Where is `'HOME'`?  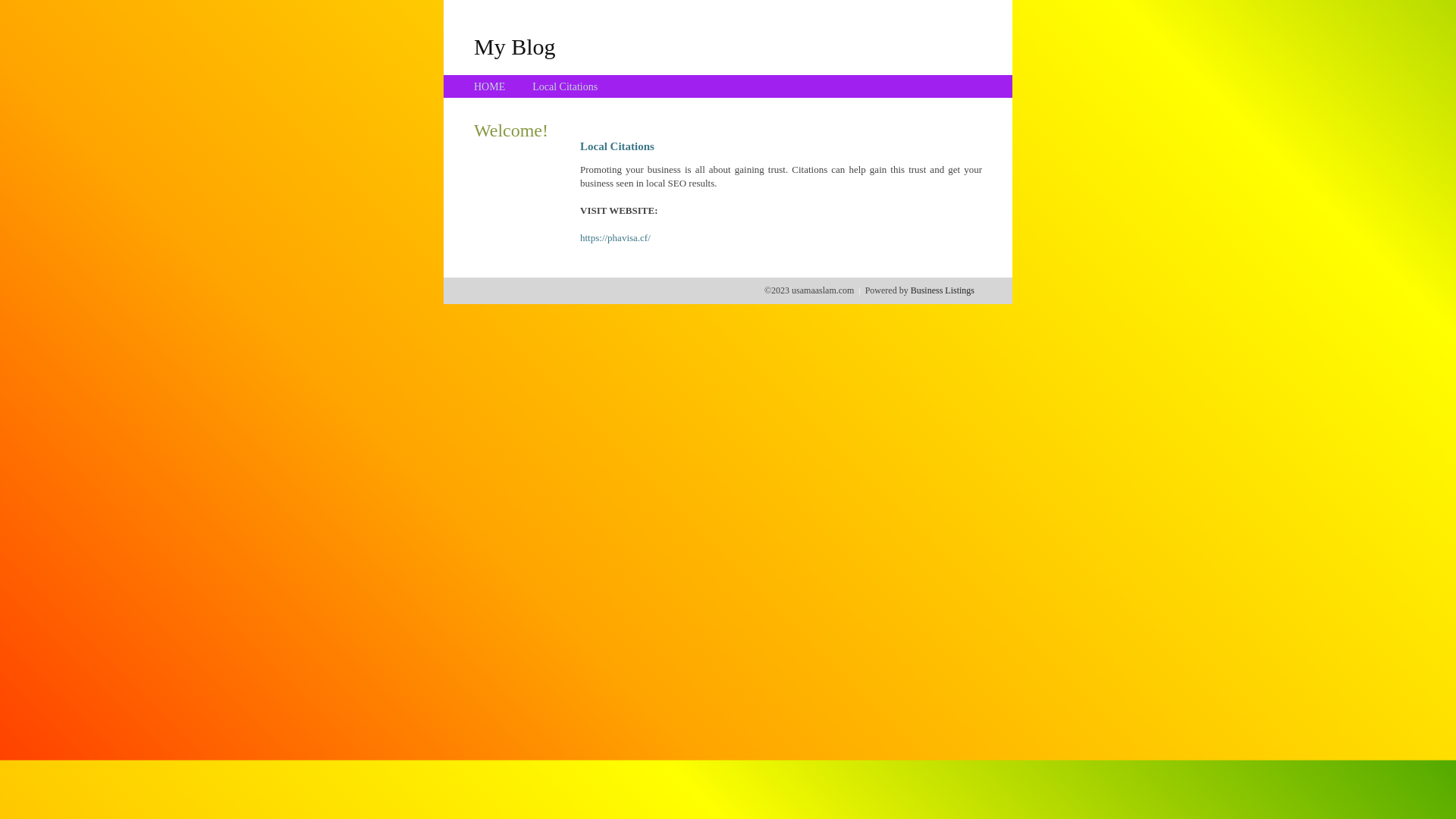
'HOME' is located at coordinates (472, 86).